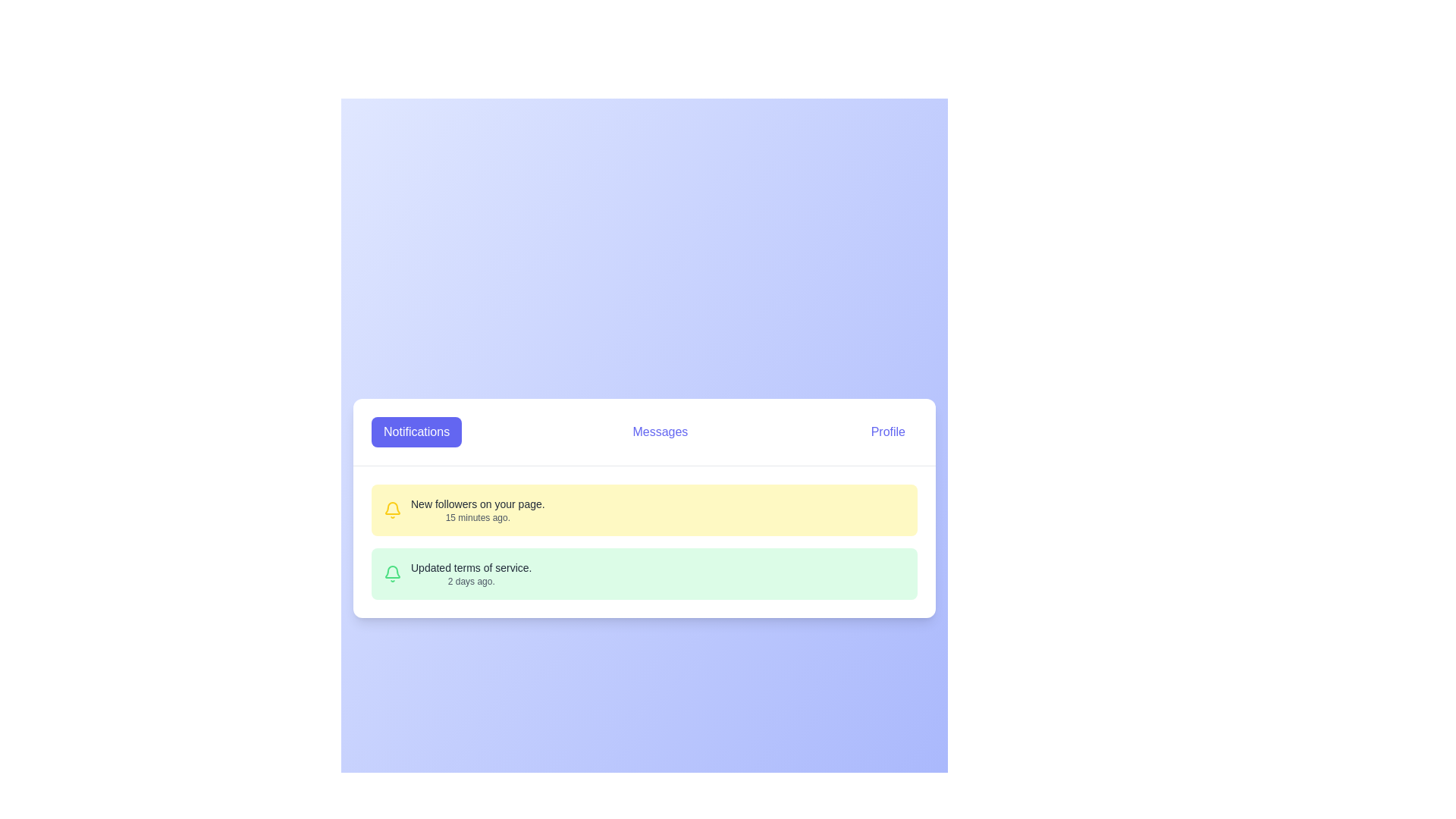 The image size is (1456, 819). Describe the element at coordinates (660, 431) in the screenshot. I see `the 'Messages' button, which is a rectangular button with purple text and rounded borders, located in the navigation bar near the top of the section` at that location.